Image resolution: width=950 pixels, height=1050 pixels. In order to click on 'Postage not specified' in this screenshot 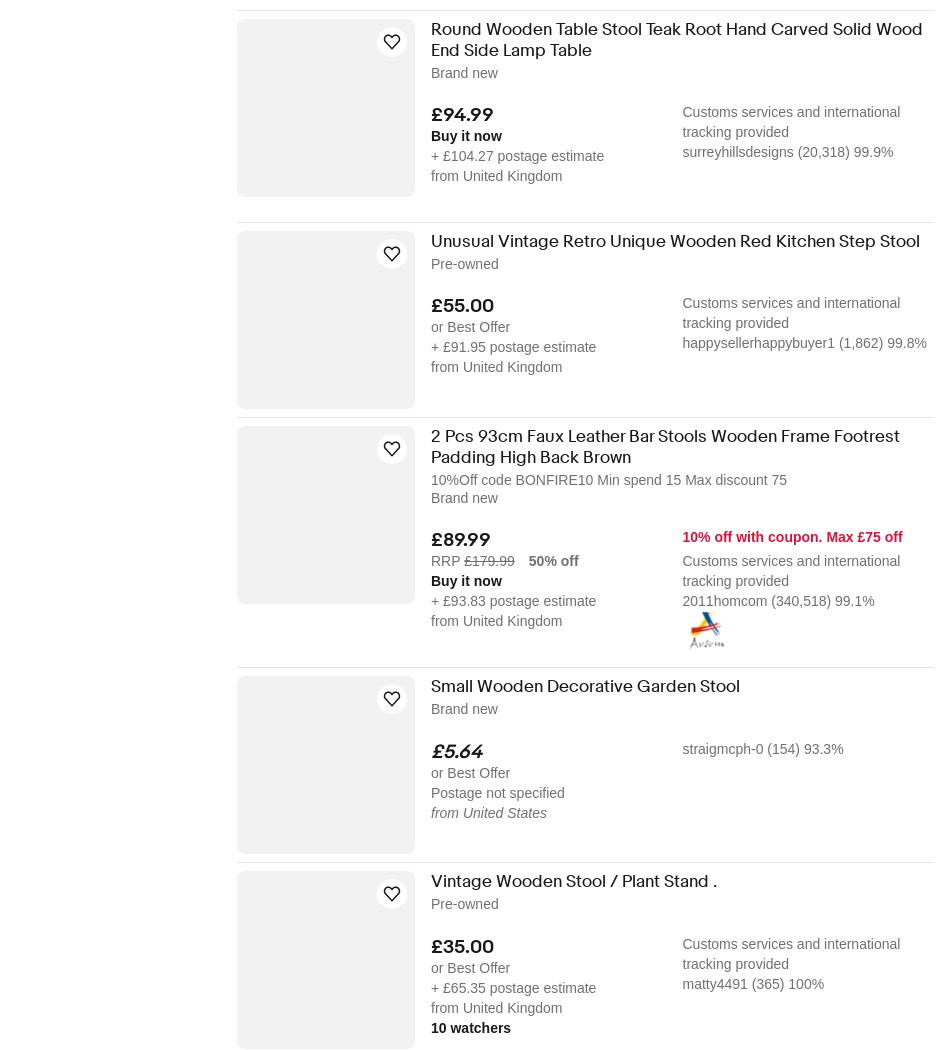, I will do `click(430, 791)`.